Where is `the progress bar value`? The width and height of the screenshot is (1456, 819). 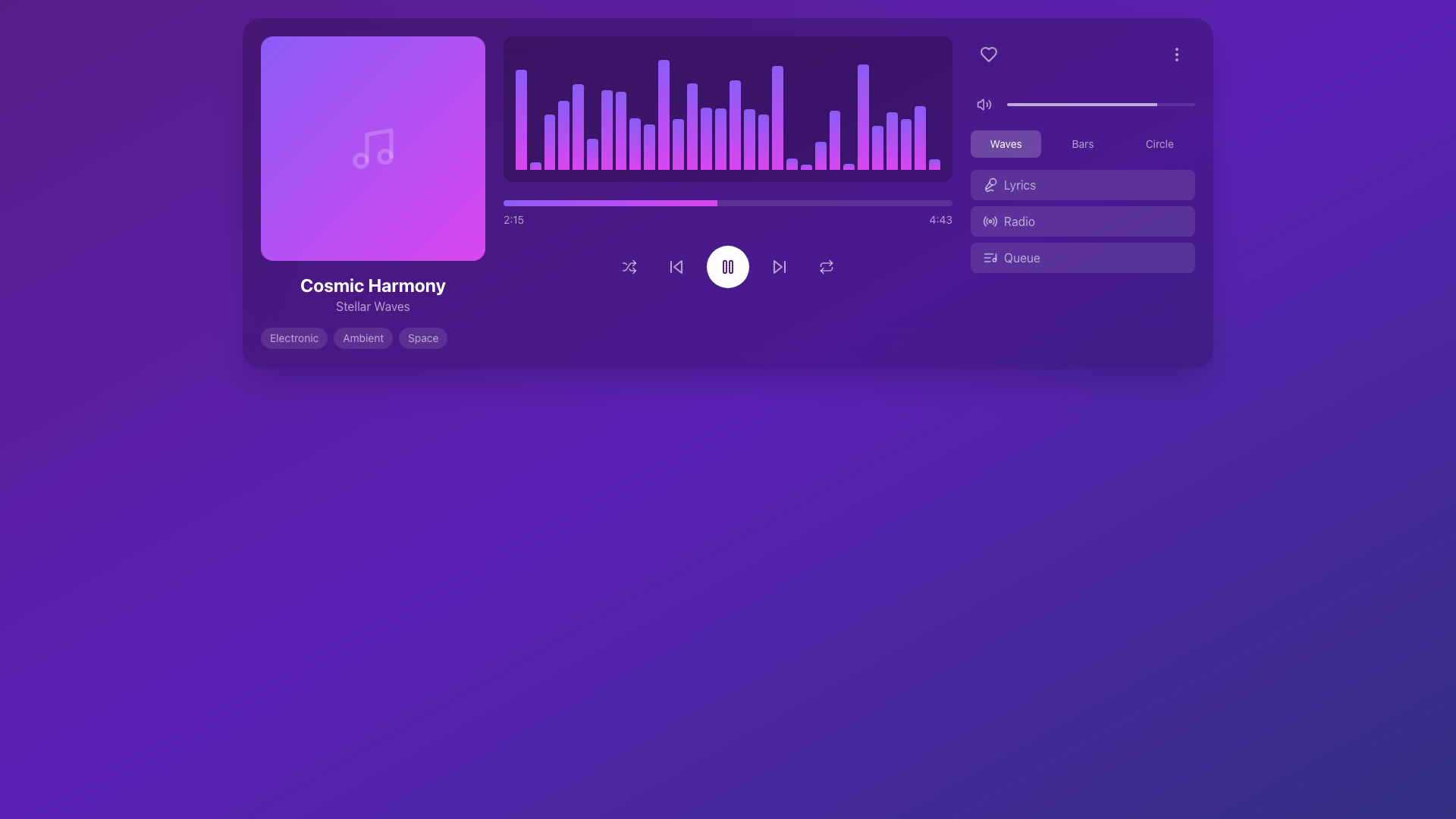
the progress bar value is located at coordinates (640, 202).